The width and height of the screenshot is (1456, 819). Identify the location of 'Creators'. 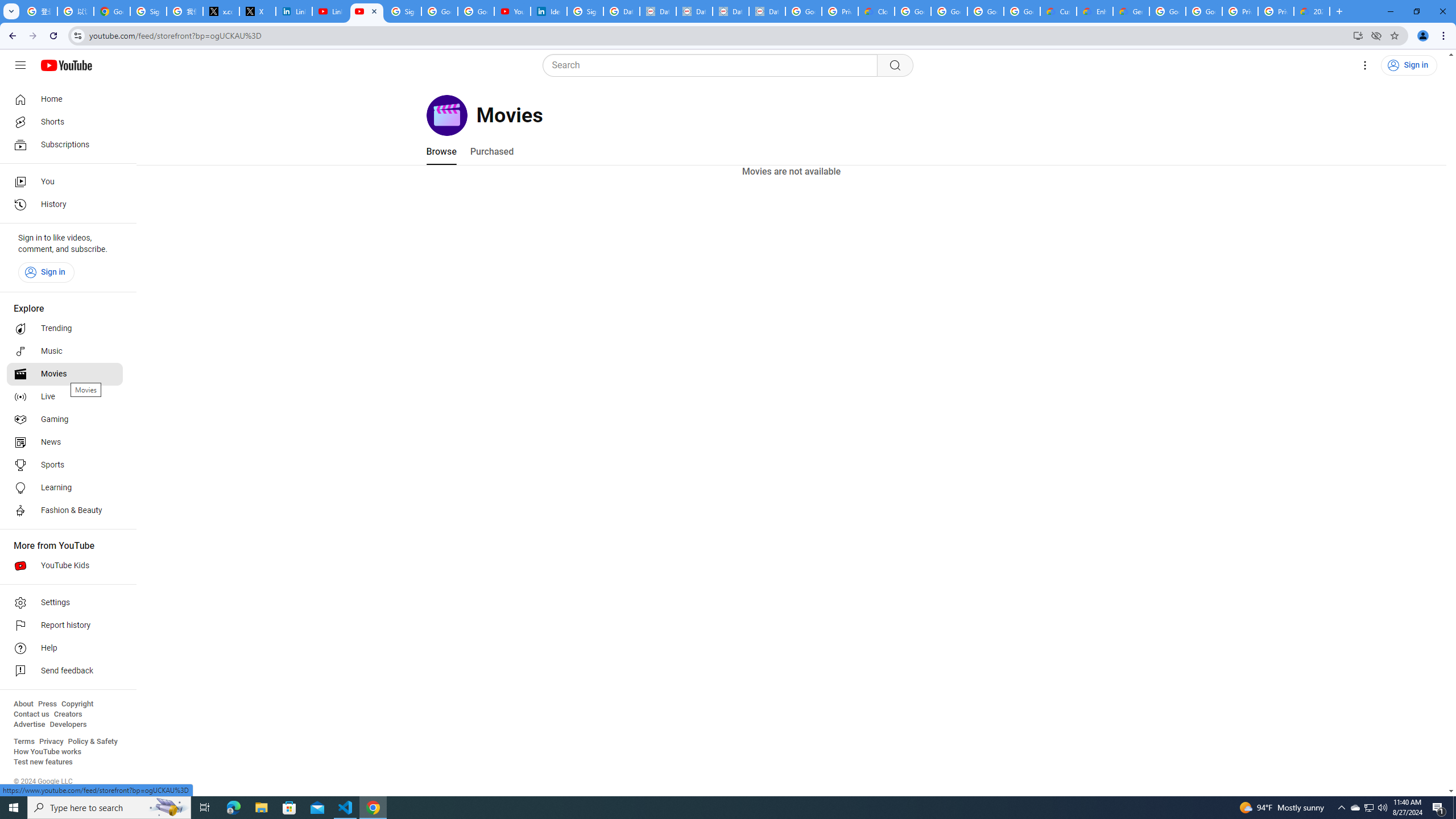
(68, 714).